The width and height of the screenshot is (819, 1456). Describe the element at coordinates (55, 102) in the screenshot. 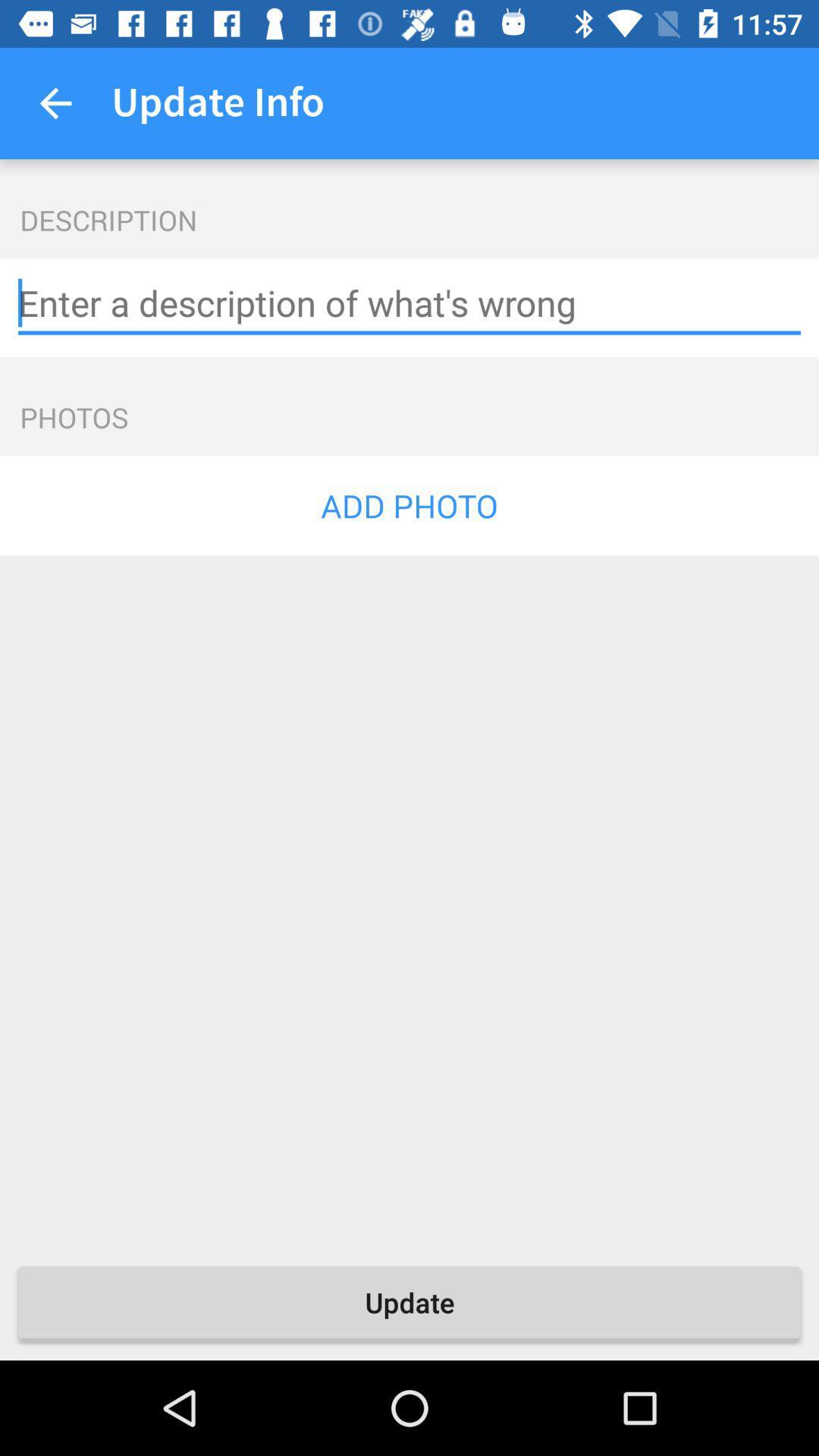

I see `the item to the left of update info` at that location.